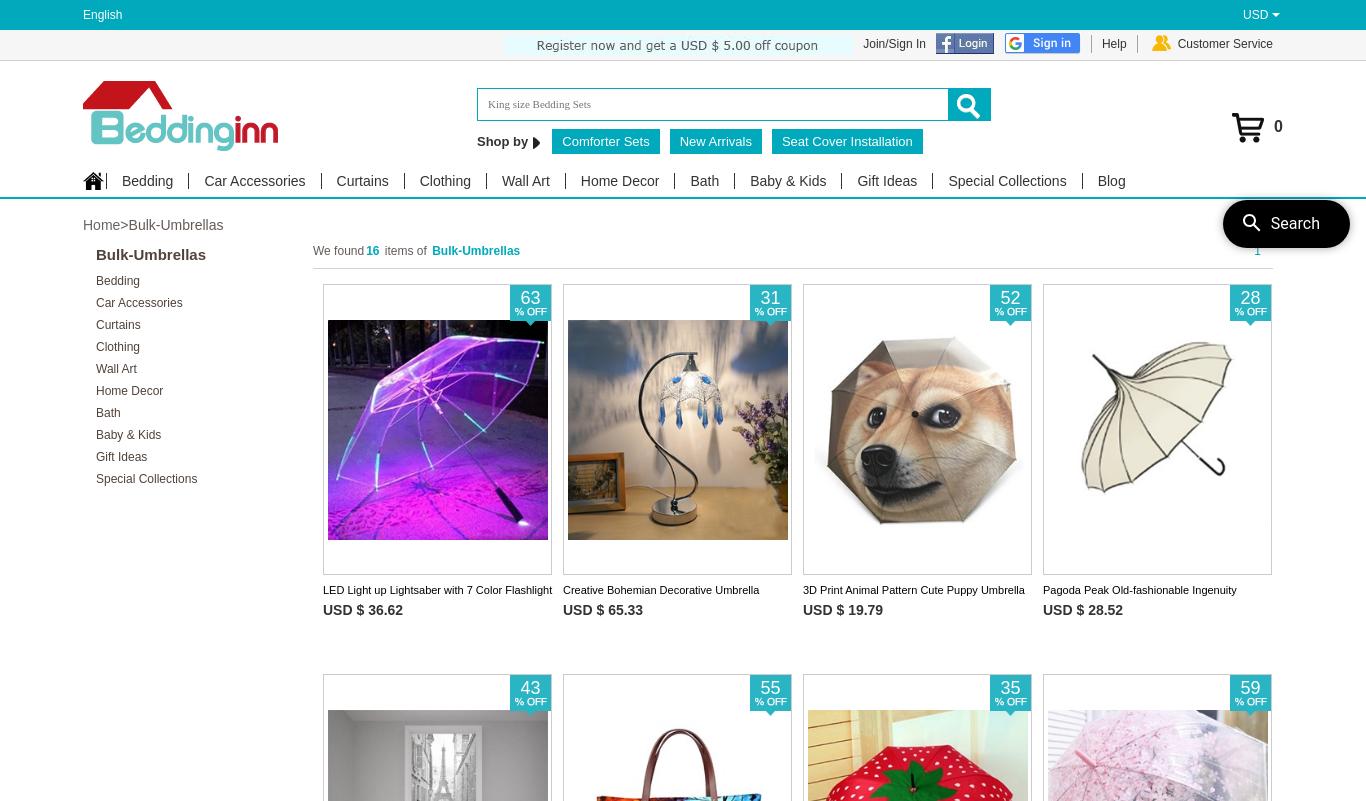 The height and width of the screenshot is (801, 1366). Describe the element at coordinates (102, 14) in the screenshot. I see `'English'` at that location.